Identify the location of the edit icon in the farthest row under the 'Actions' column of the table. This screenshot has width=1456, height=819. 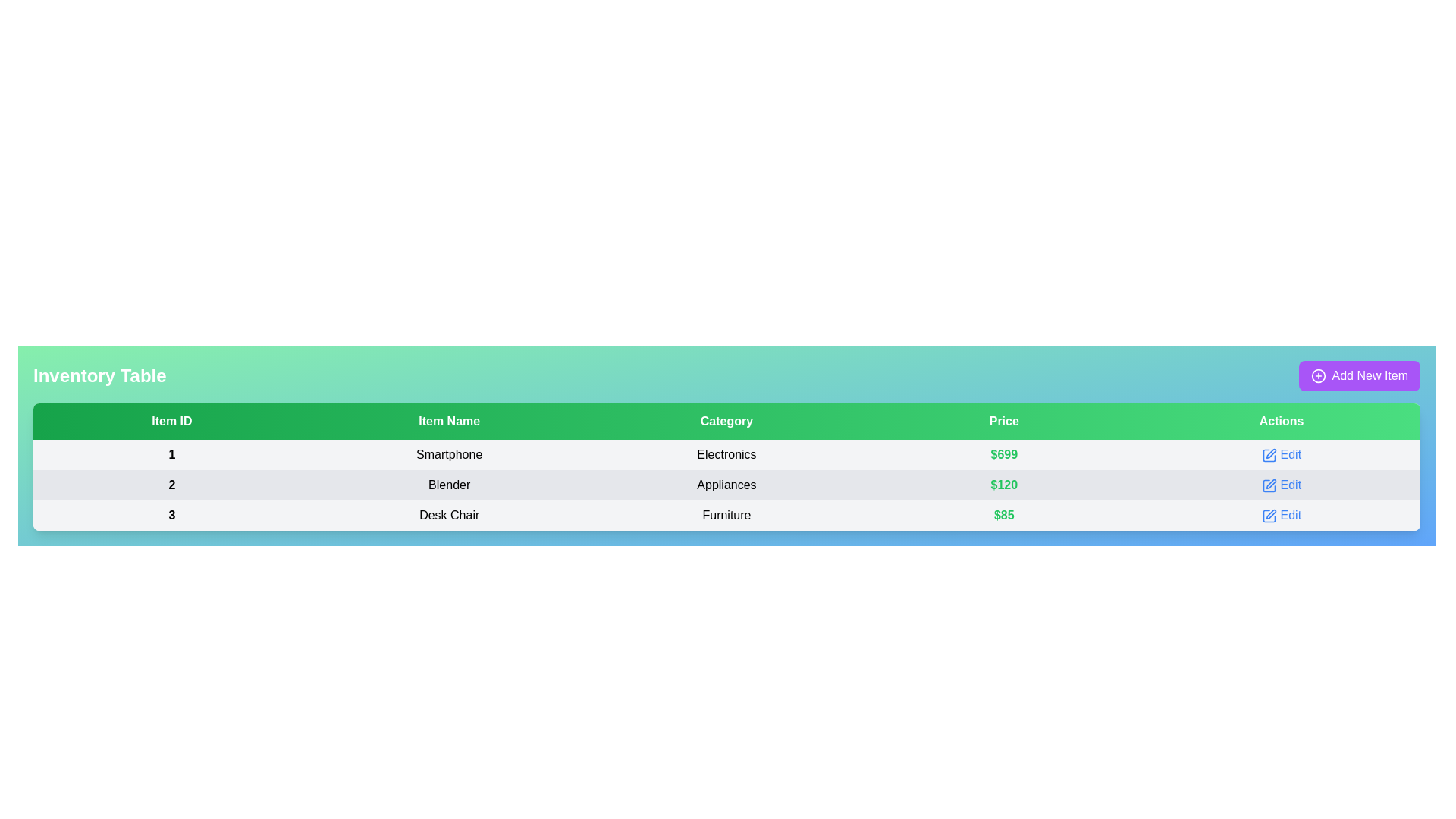
(1269, 515).